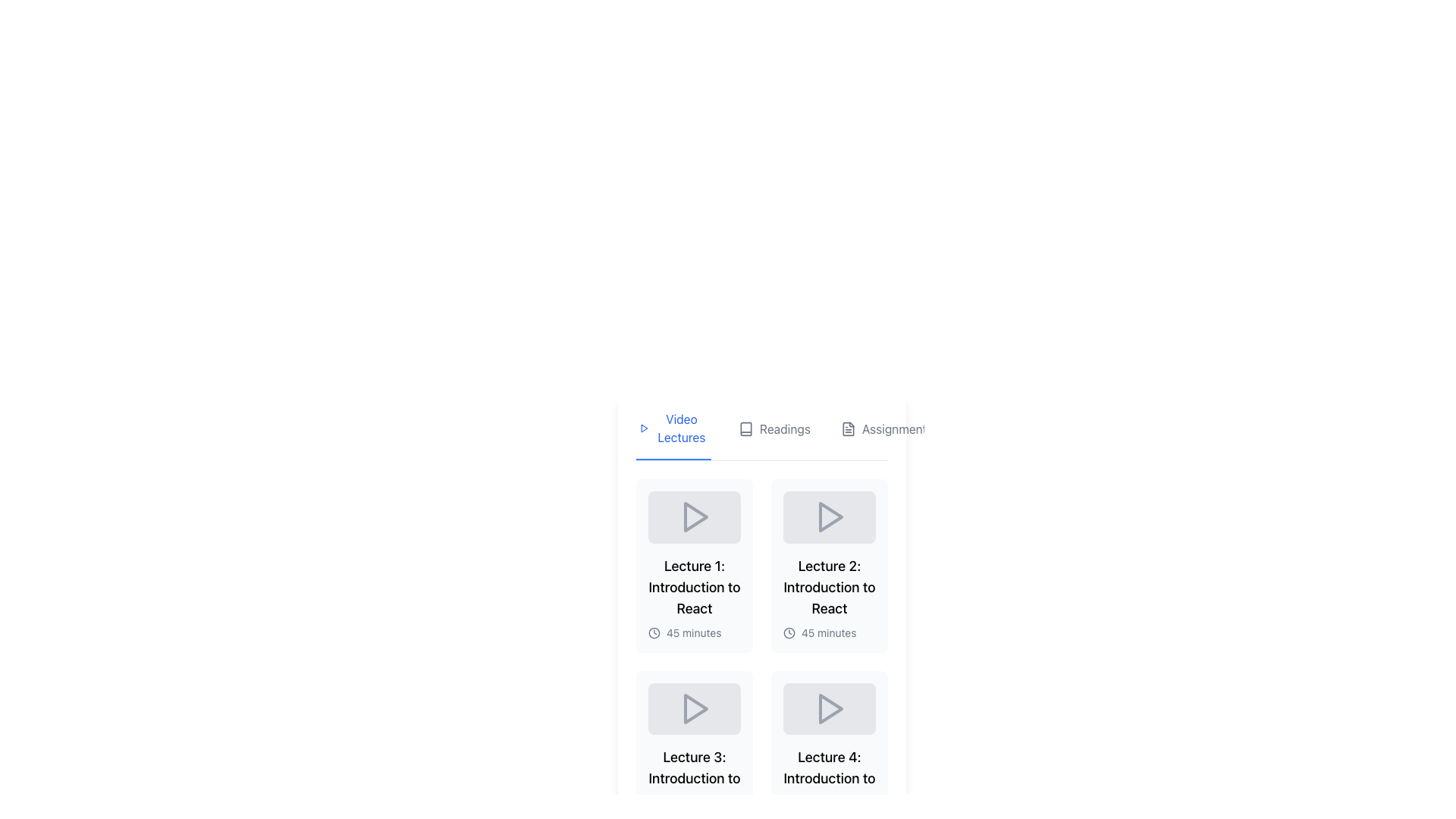 This screenshot has height=819, width=1456. Describe the element at coordinates (829, 516) in the screenshot. I see `the Video Thumbnail with a play icon, located in the grid under 'Lecture 2: Introduction to React'` at that location.